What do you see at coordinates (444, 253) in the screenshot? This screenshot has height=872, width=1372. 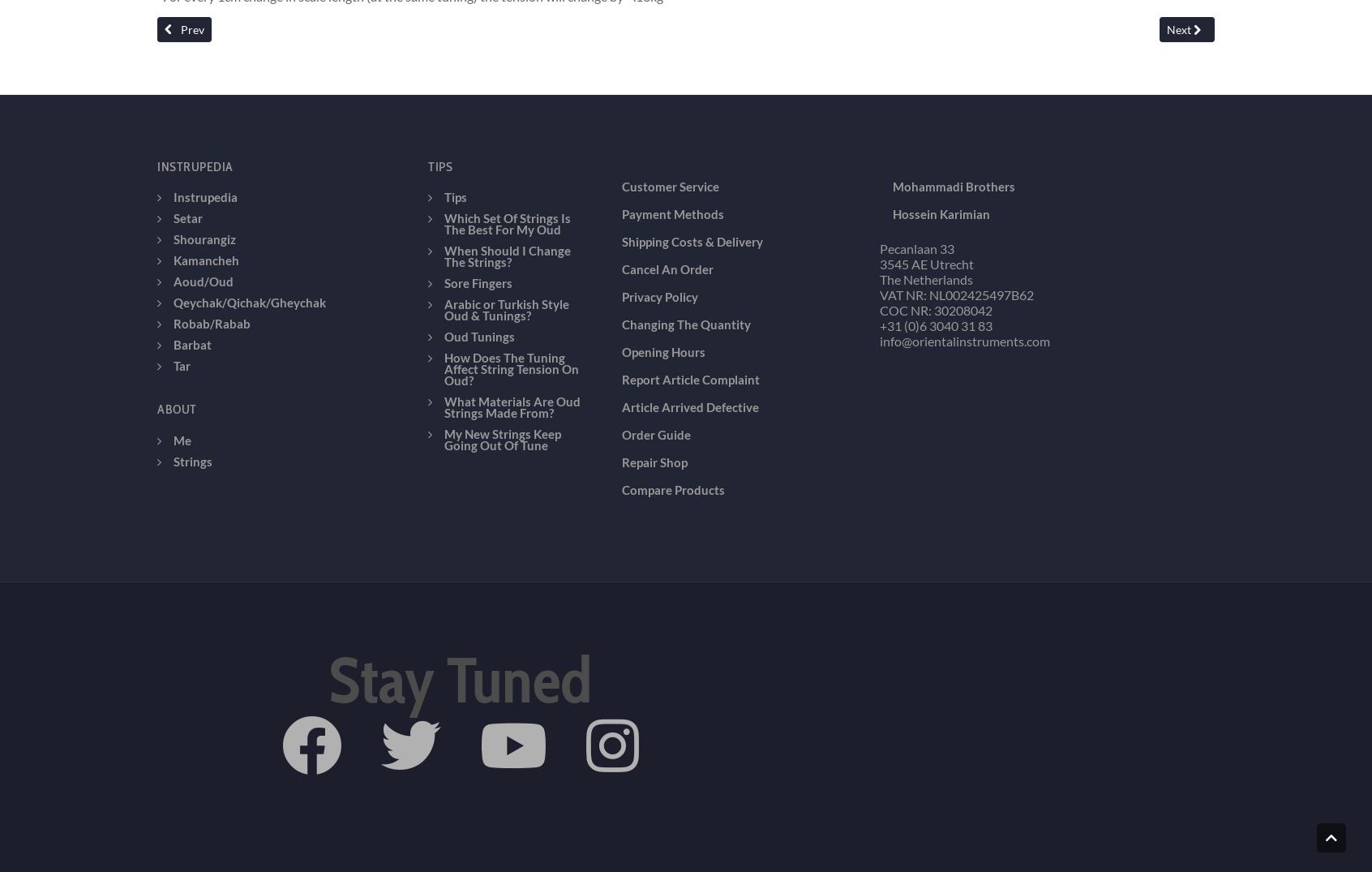 I see `'How Does The Tuning Affect String Tension On Oud?'` at bounding box center [444, 253].